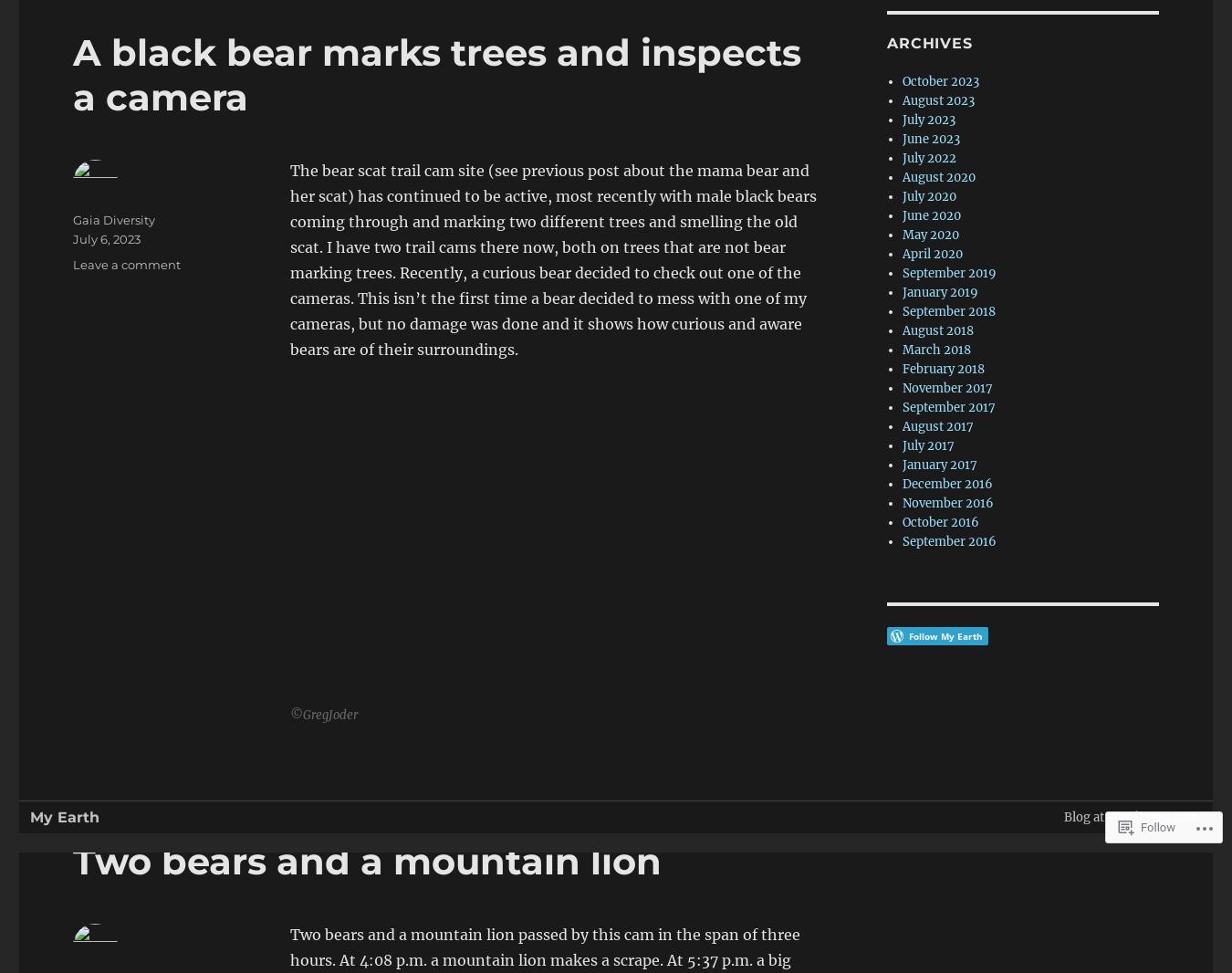 Image resolution: width=1232 pixels, height=973 pixels. What do you see at coordinates (940, 80) in the screenshot?
I see `'October 2023'` at bounding box center [940, 80].